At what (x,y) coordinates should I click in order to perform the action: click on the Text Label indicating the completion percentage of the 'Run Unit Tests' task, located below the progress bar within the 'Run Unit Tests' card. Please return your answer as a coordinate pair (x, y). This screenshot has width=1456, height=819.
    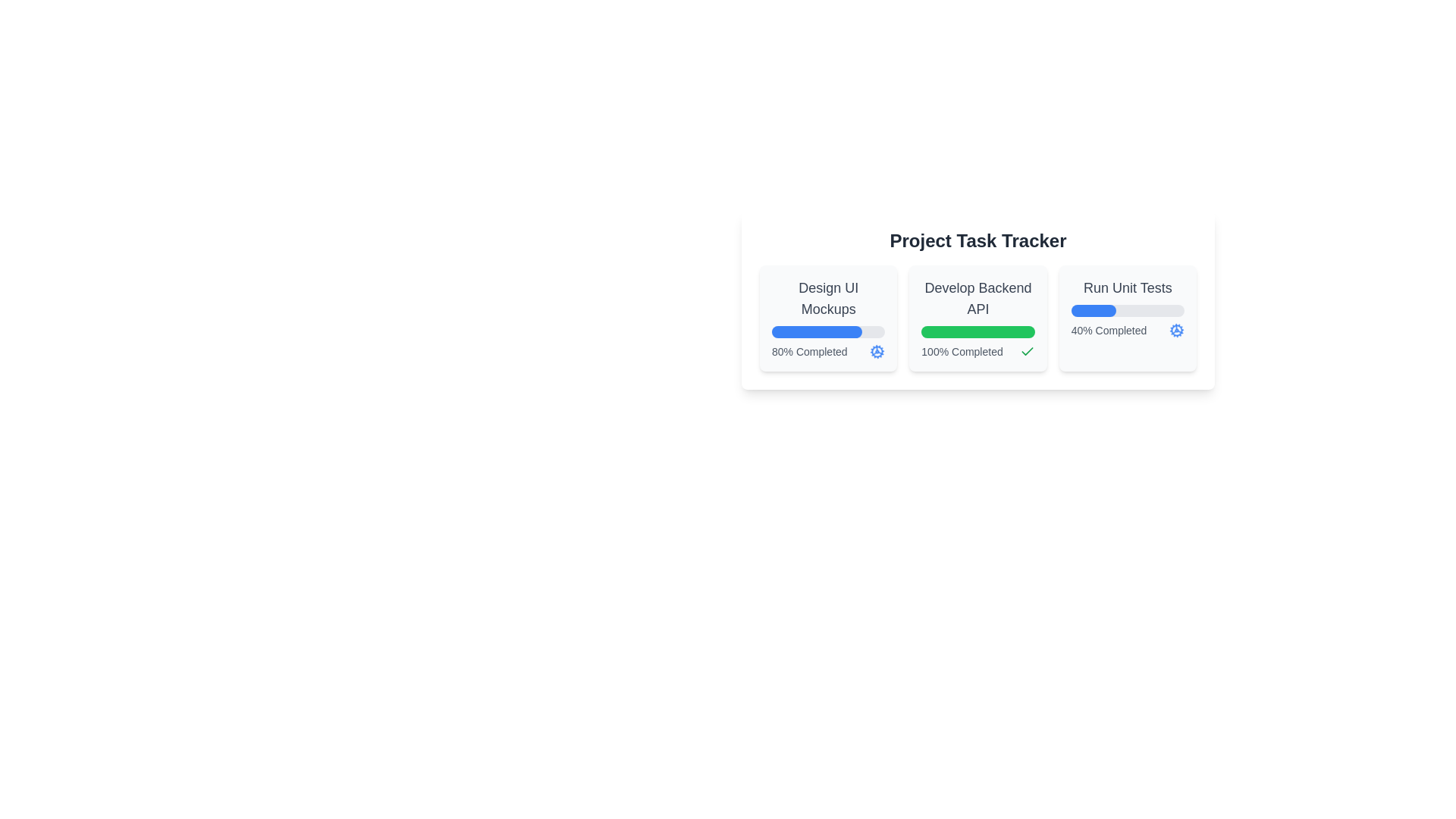
    Looking at the image, I should click on (1109, 329).